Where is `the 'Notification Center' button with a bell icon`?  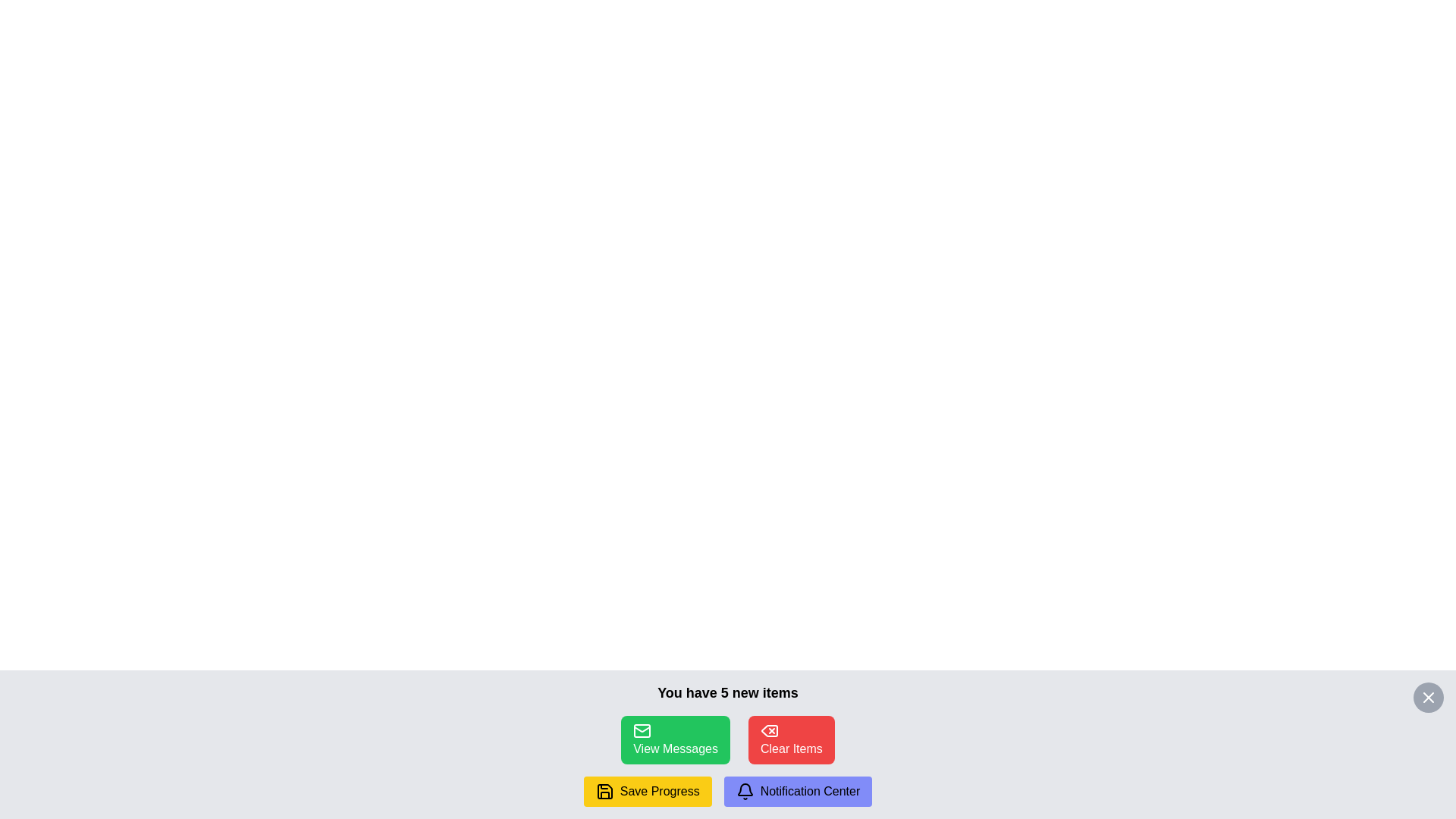 the 'Notification Center' button with a bell icon is located at coordinates (797, 791).